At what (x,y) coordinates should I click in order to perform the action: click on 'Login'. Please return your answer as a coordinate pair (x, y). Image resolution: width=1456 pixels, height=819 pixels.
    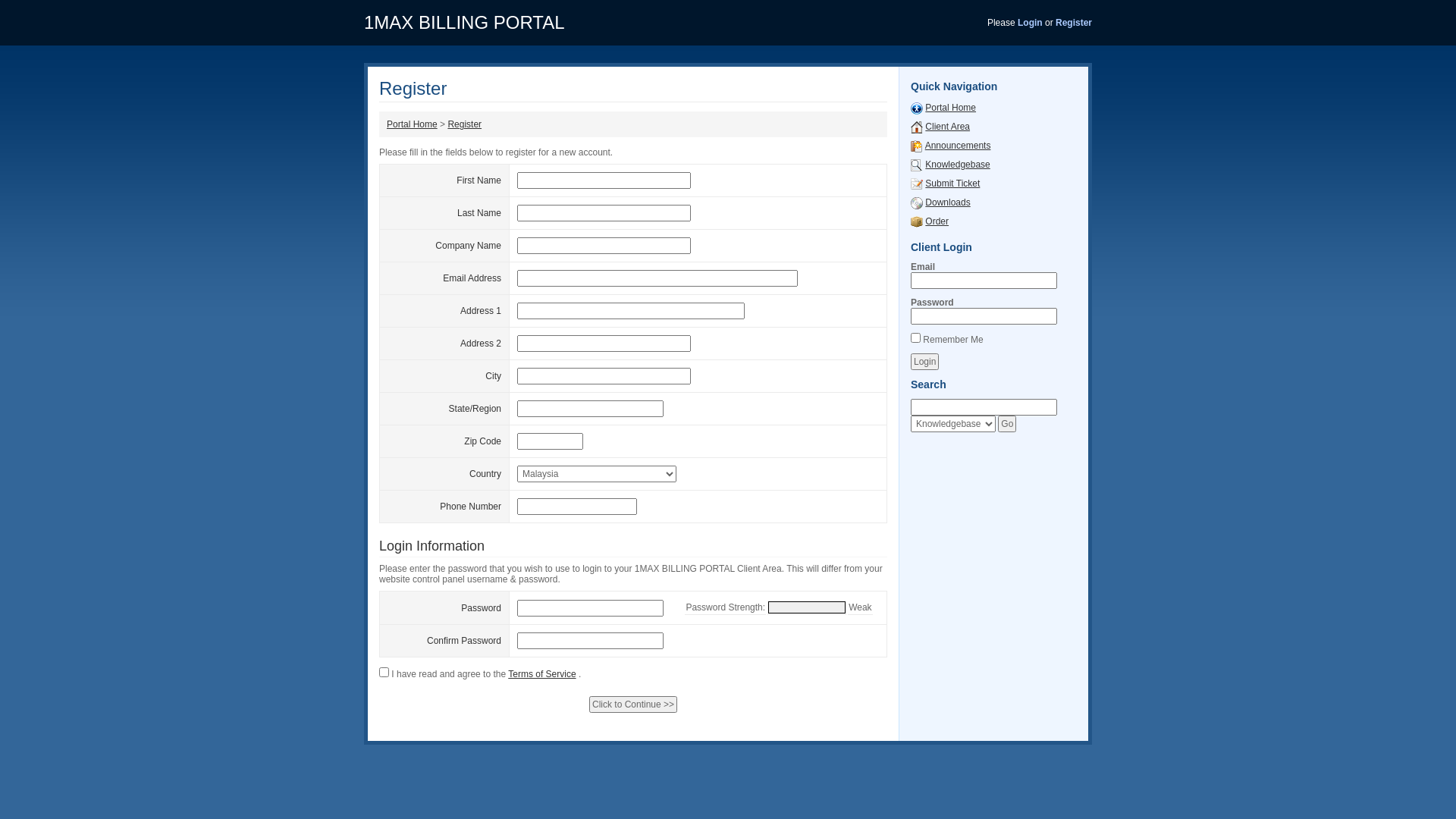
    Looking at the image, I should click on (924, 362).